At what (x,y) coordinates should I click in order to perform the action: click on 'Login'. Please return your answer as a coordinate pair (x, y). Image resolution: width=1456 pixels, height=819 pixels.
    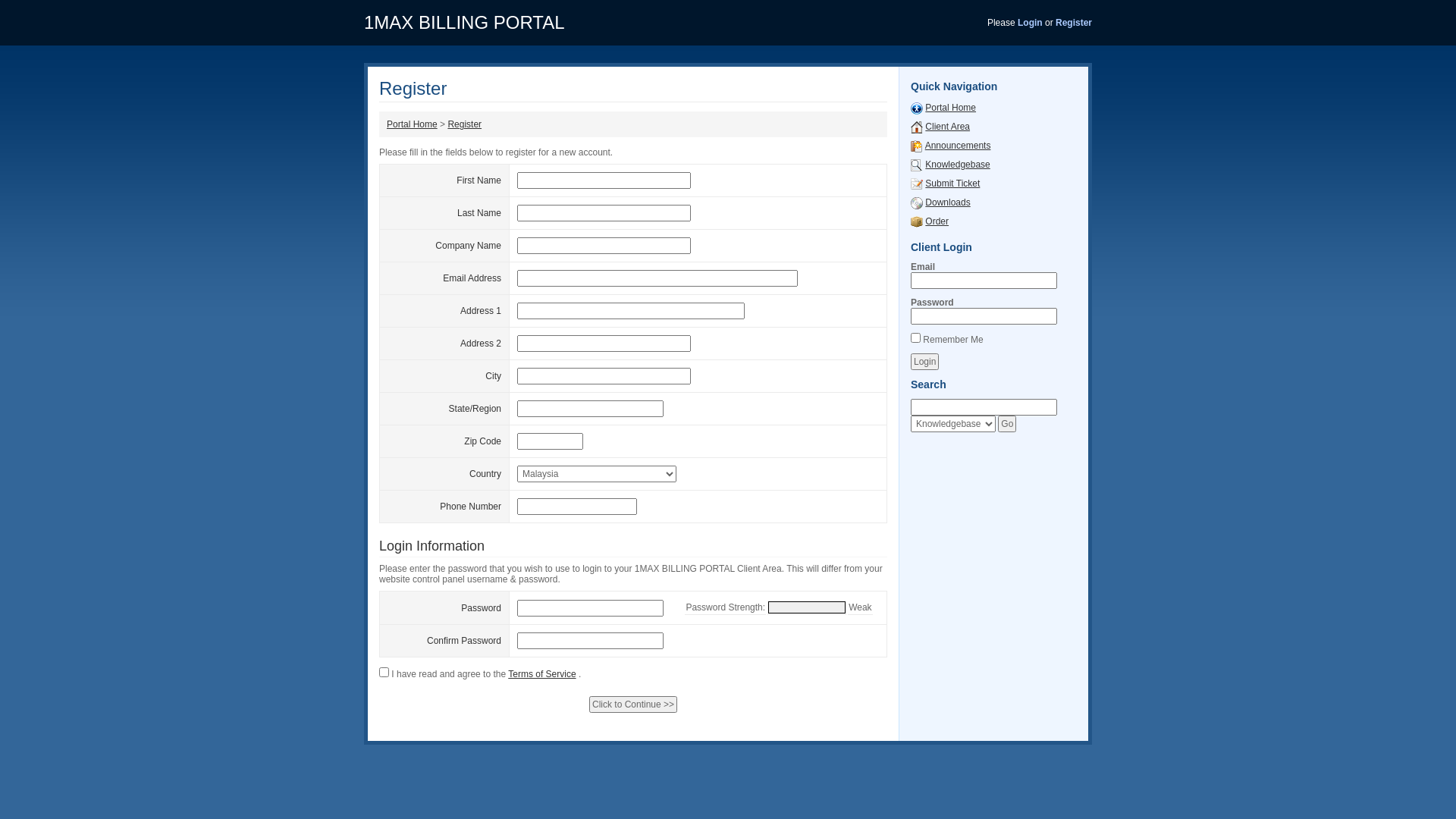
    Looking at the image, I should click on (924, 362).